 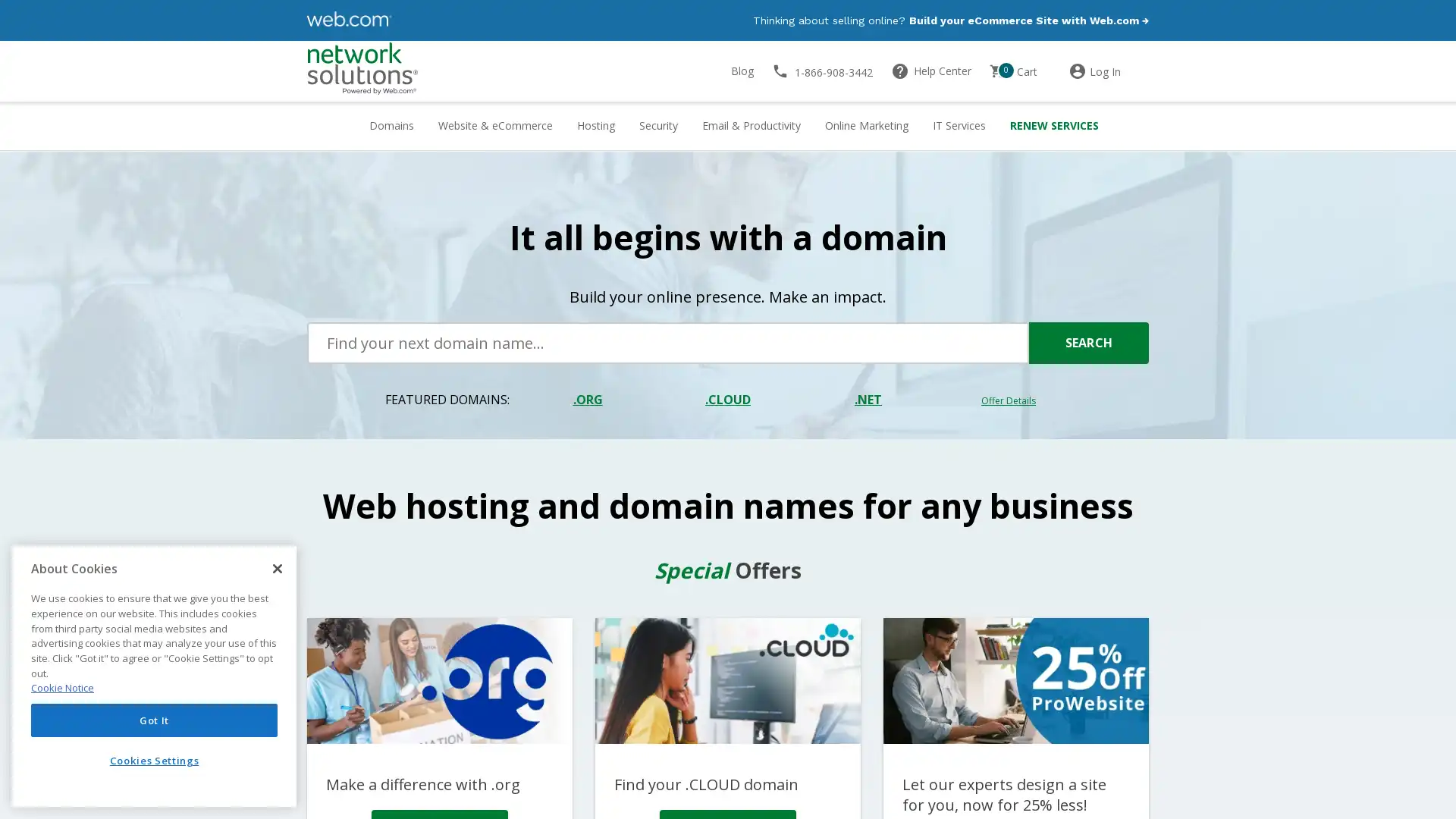 I want to click on Close, so click(x=277, y=568).